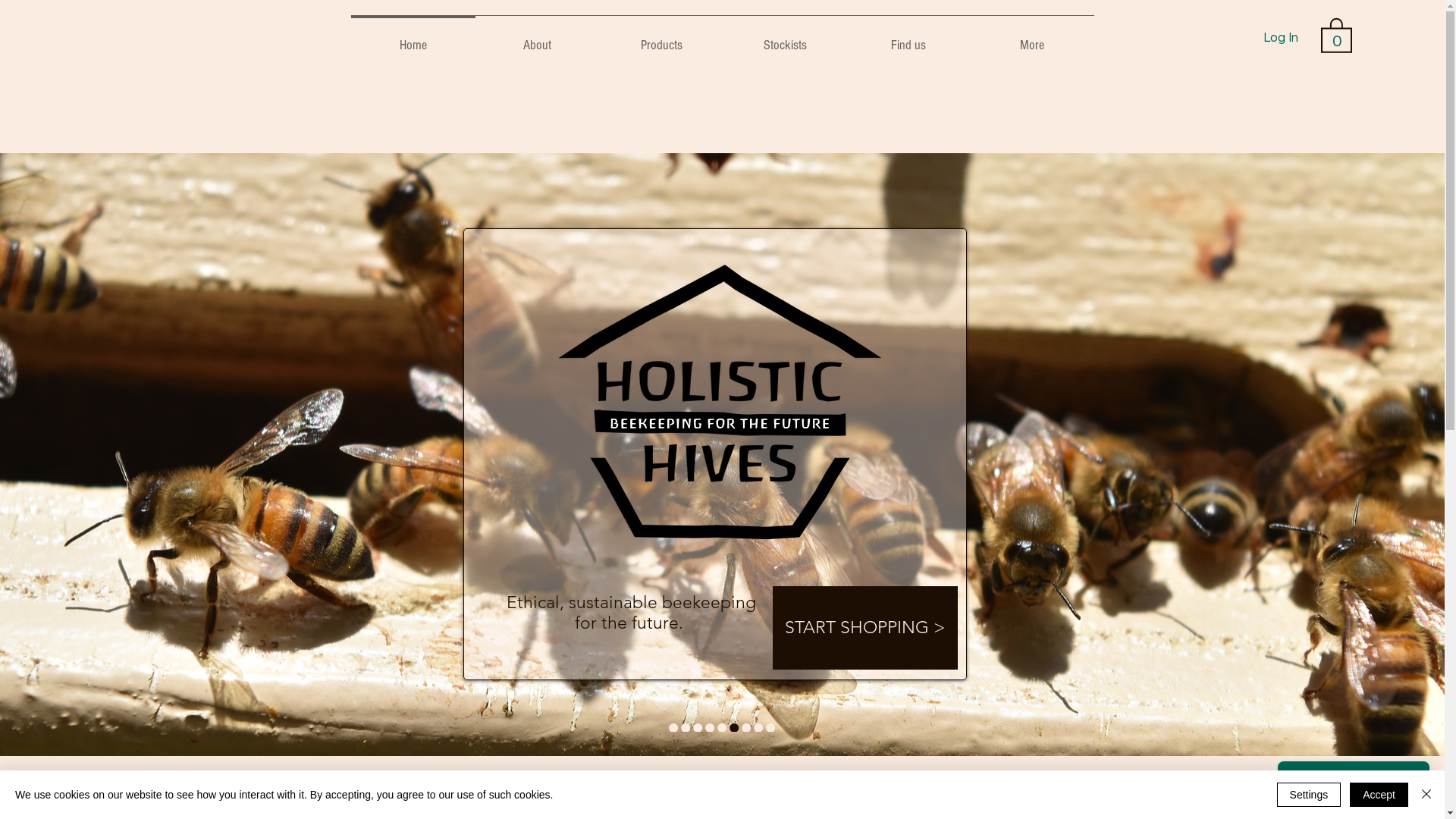 The width and height of the screenshot is (1456, 819). I want to click on 'Settings', so click(1308, 794).